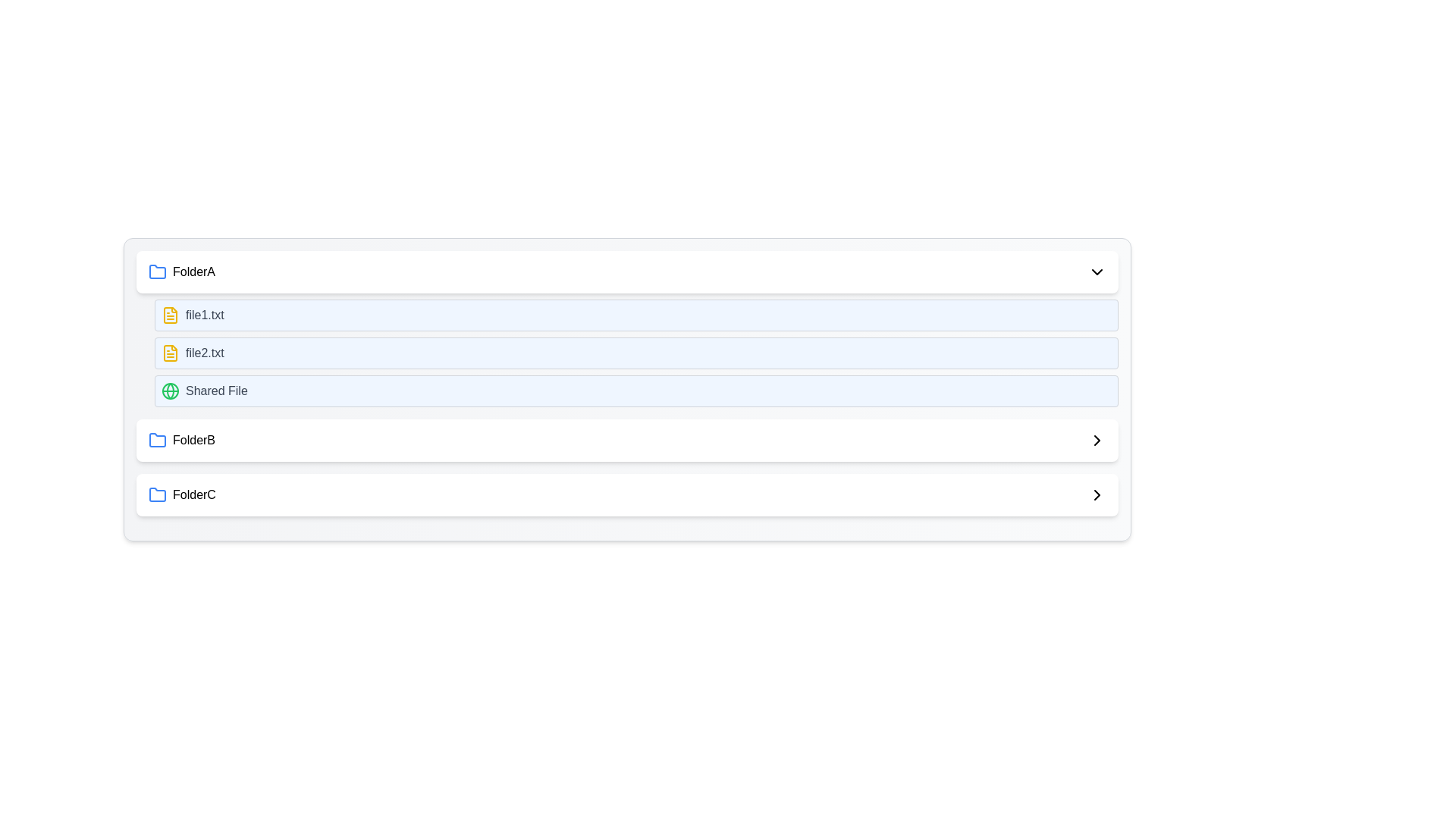 The image size is (1456, 819). Describe the element at coordinates (627, 441) in the screenshot. I see `the navigational list item for 'FolderB'` at that location.